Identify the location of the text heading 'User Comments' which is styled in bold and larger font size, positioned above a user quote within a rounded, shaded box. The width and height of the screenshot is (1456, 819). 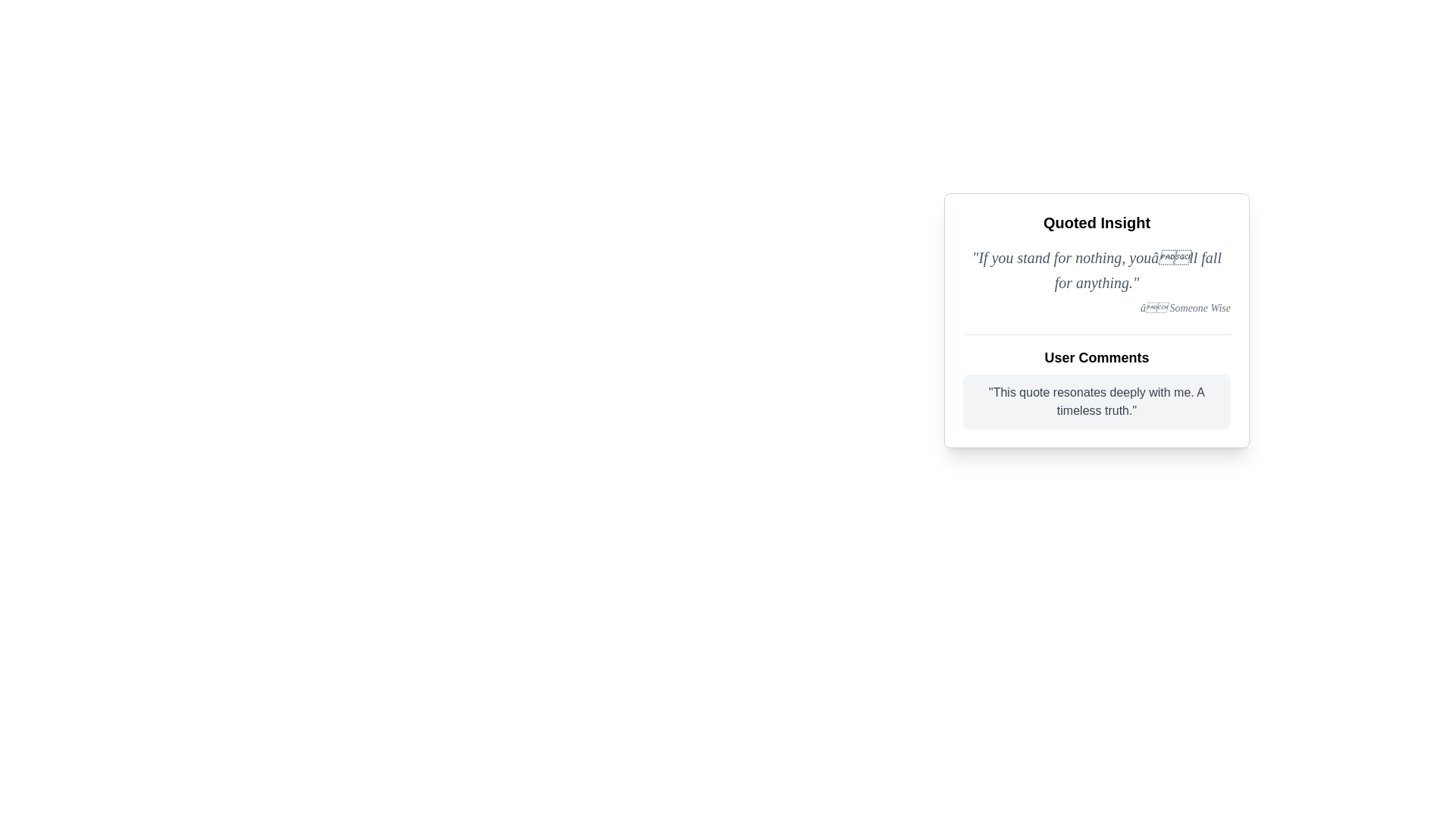
(1097, 357).